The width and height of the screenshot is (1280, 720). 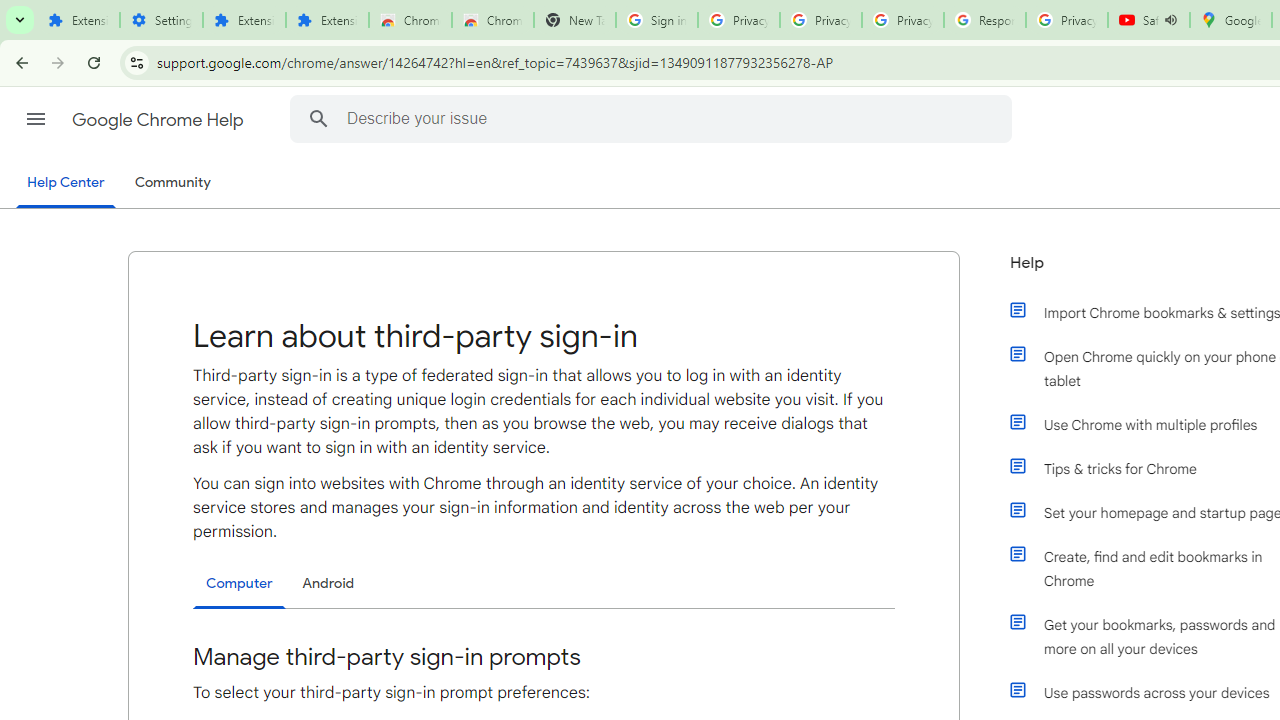 I want to click on 'Extensions', so click(x=327, y=20).